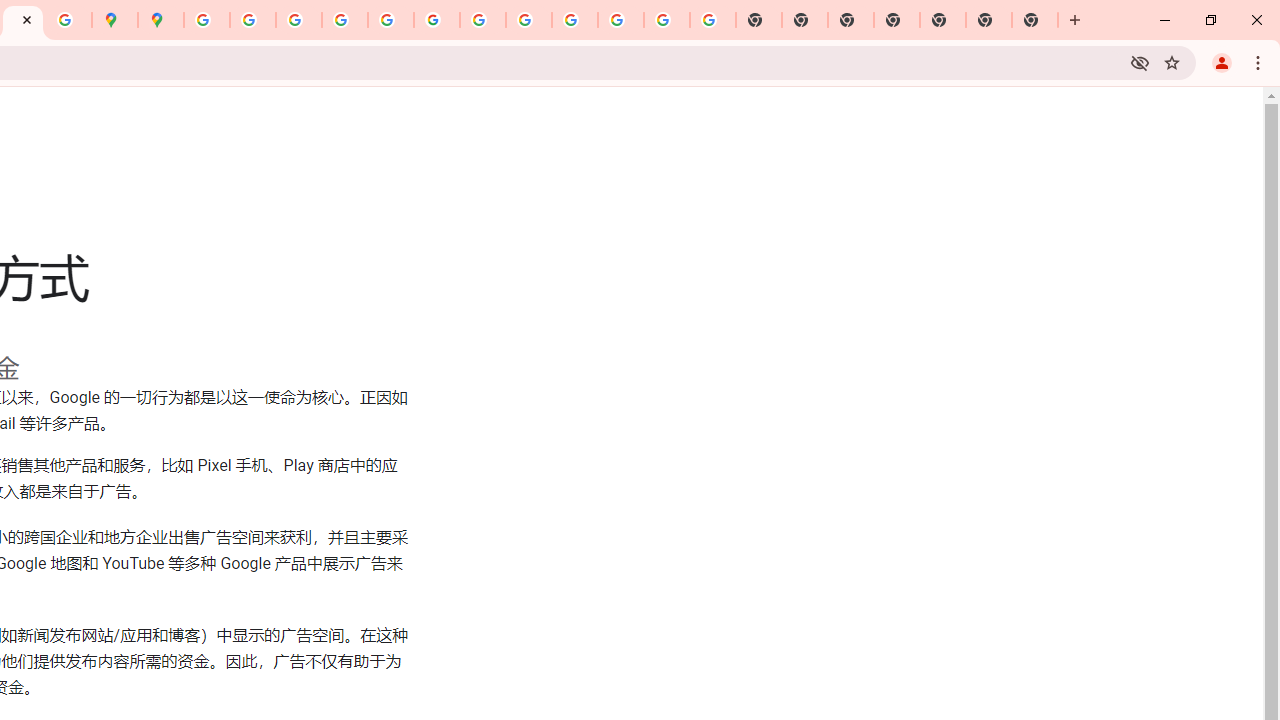 This screenshot has width=1280, height=720. What do you see at coordinates (207, 20) in the screenshot?
I see `'Sign in - Google Accounts'` at bounding box center [207, 20].